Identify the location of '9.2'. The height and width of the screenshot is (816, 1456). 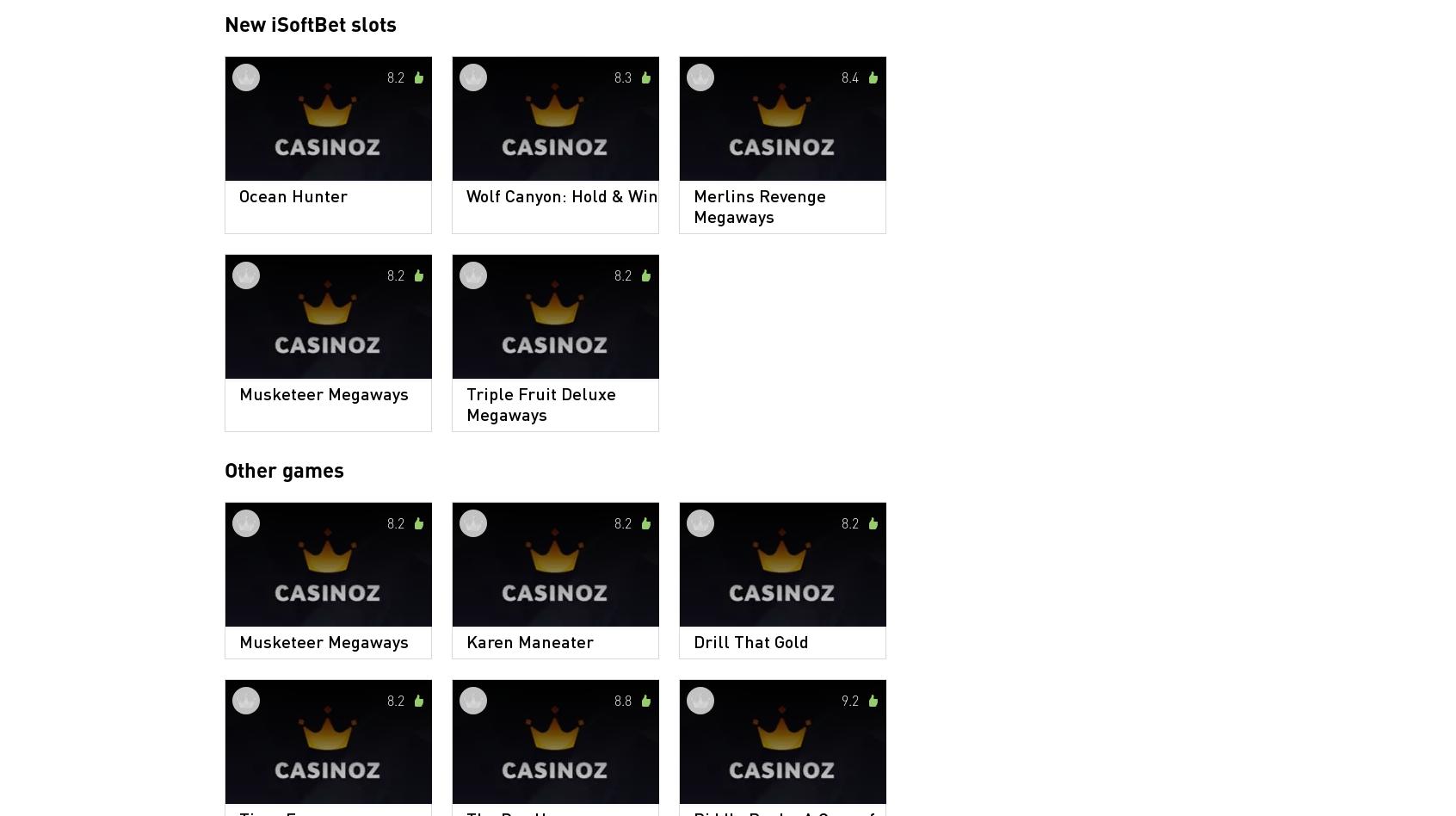
(849, 699).